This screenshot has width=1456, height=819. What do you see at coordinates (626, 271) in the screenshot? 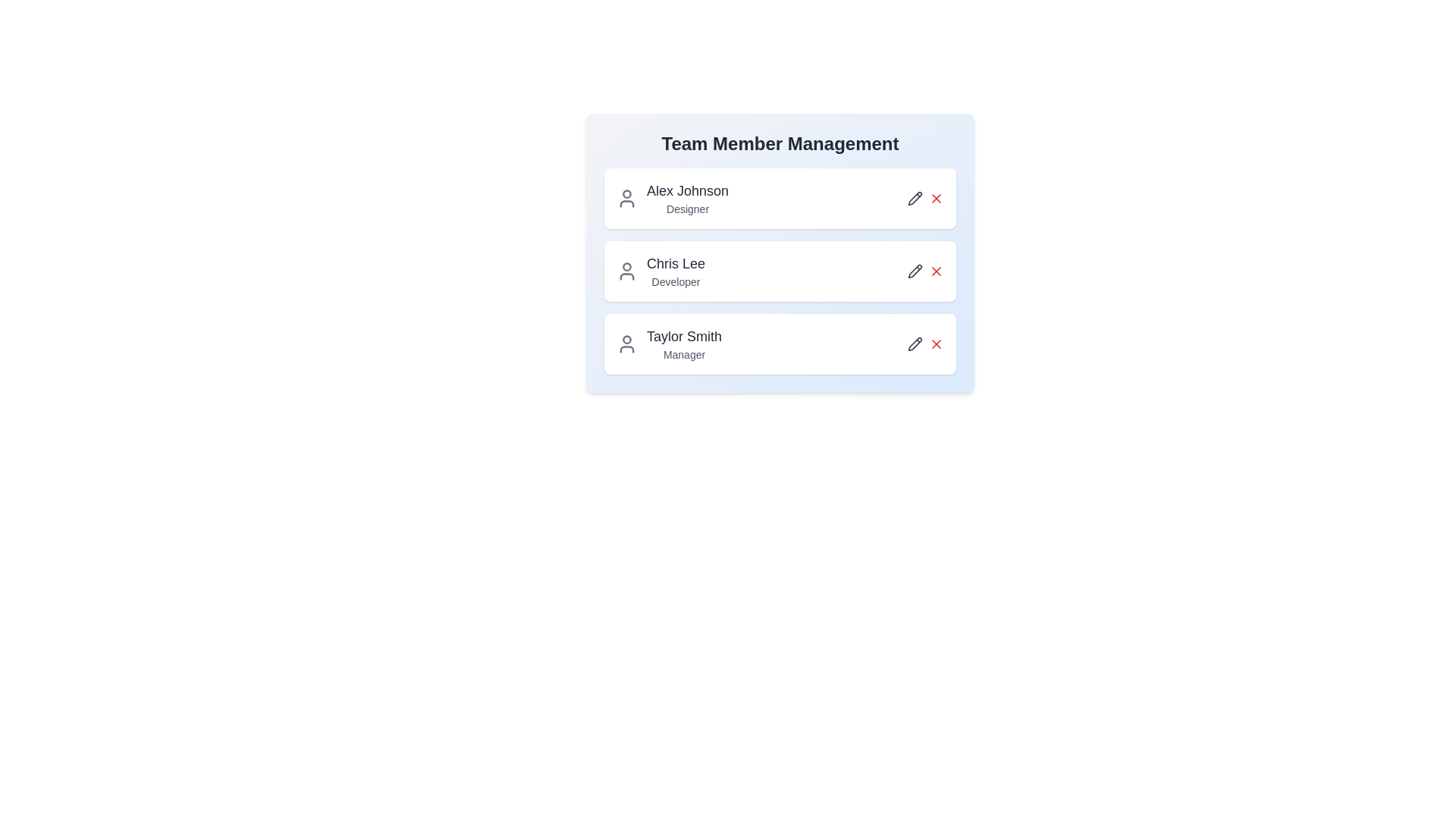
I see `the user icon for Chris Lee` at bounding box center [626, 271].